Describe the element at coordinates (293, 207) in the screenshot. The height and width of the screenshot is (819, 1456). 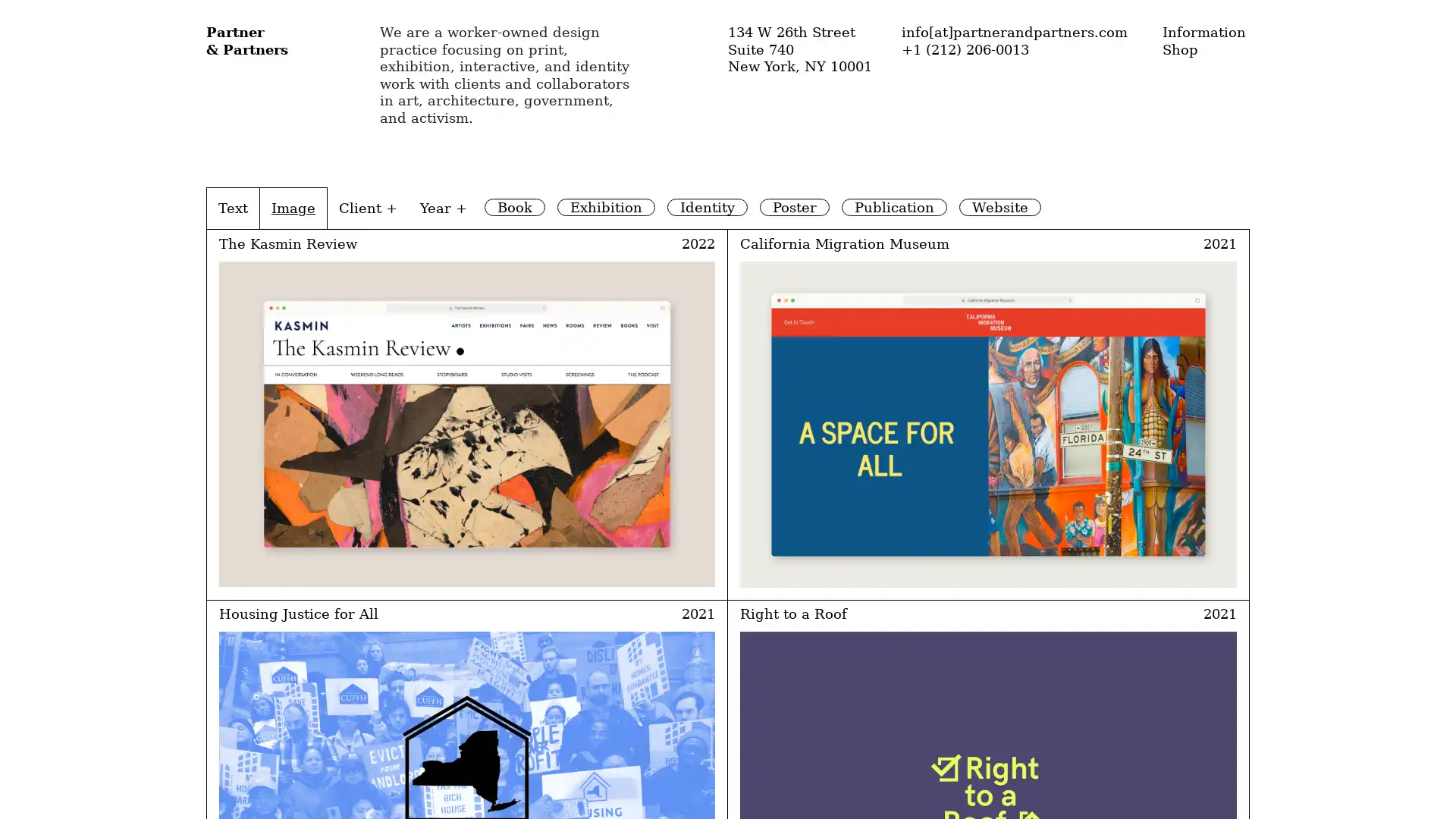
I see `Image` at that location.